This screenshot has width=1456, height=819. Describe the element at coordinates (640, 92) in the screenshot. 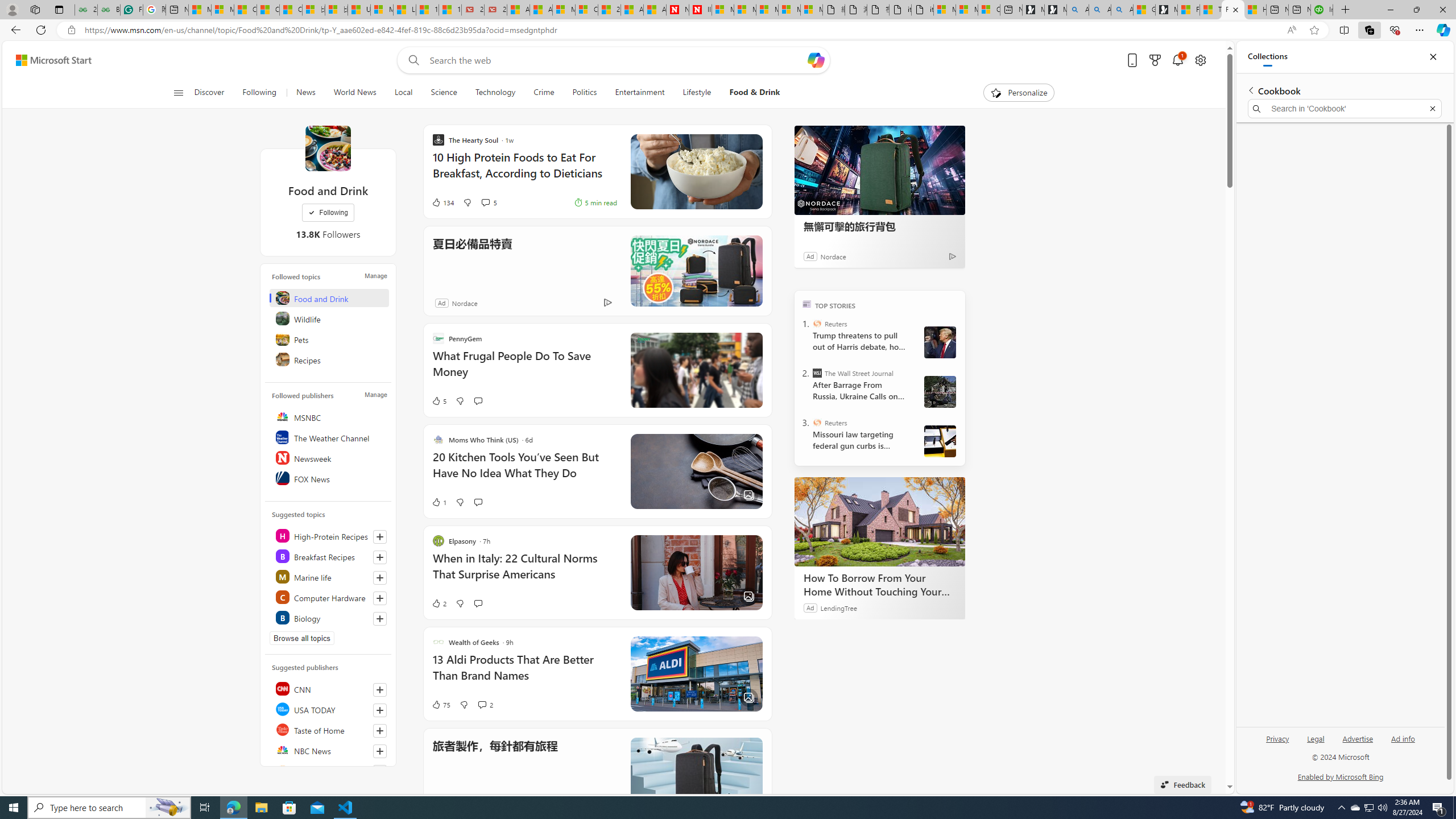

I see `'Entertainment'` at that location.